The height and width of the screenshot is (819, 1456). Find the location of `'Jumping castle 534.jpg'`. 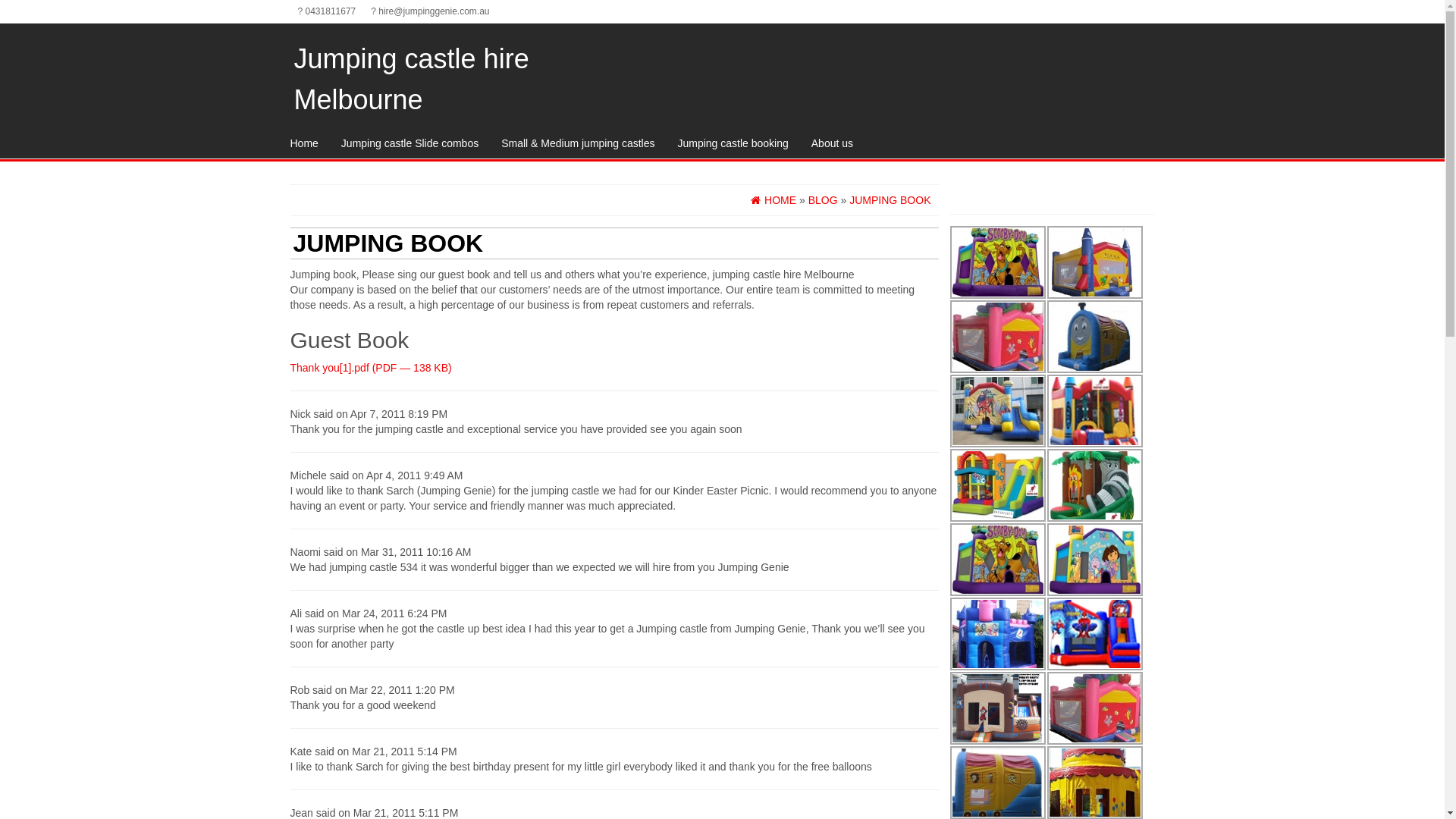

'Jumping castle 534.jpg' is located at coordinates (1094, 485).